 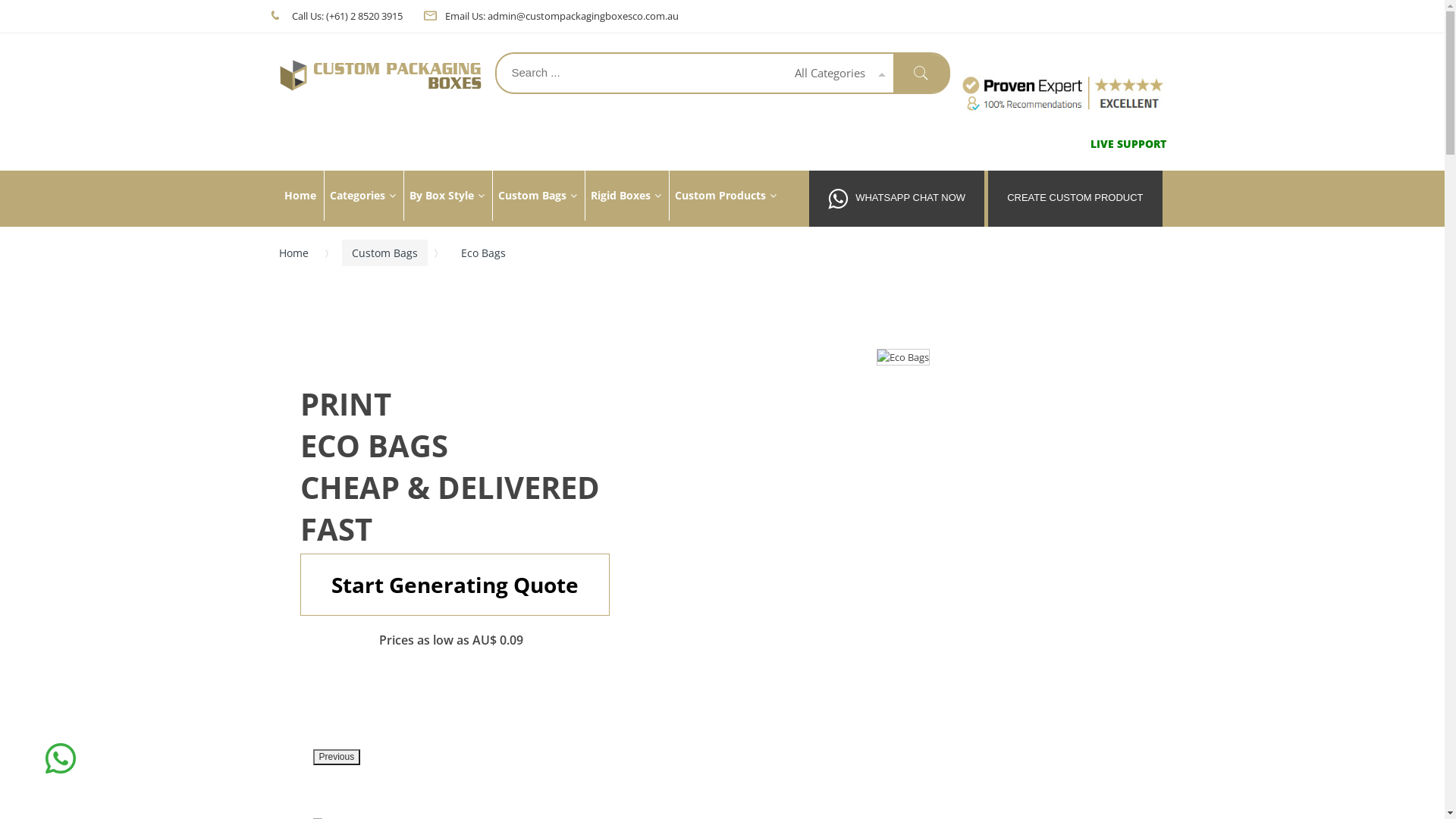 What do you see at coordinates (335, 757) in the screenshot?
I see `'Previous'` at bounding box center [335, 757].